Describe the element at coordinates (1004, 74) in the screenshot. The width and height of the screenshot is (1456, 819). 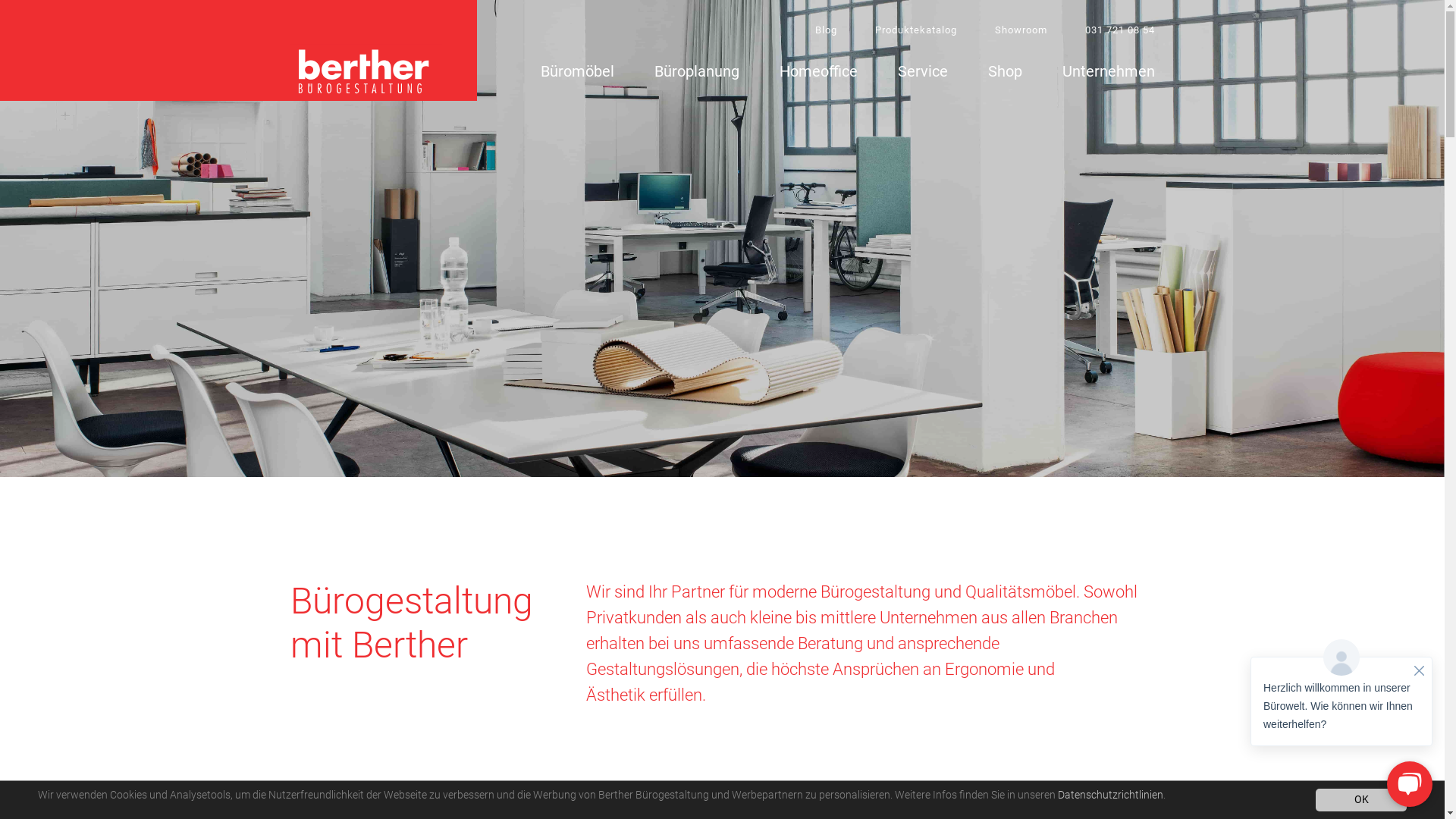
I see `'Shop'` at that location.